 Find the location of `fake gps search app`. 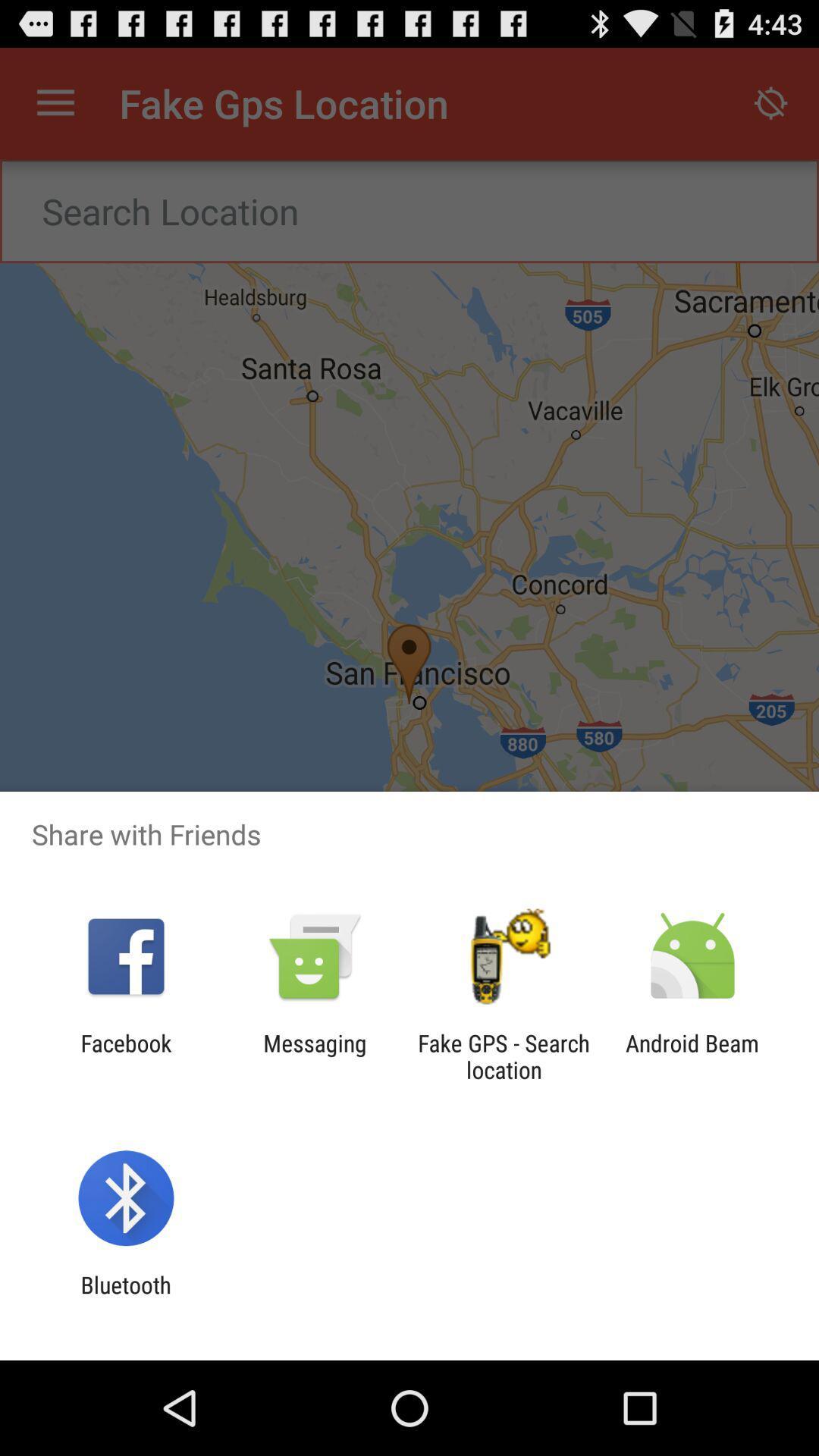

fake gps search app is located at coordinates (504, 1056).